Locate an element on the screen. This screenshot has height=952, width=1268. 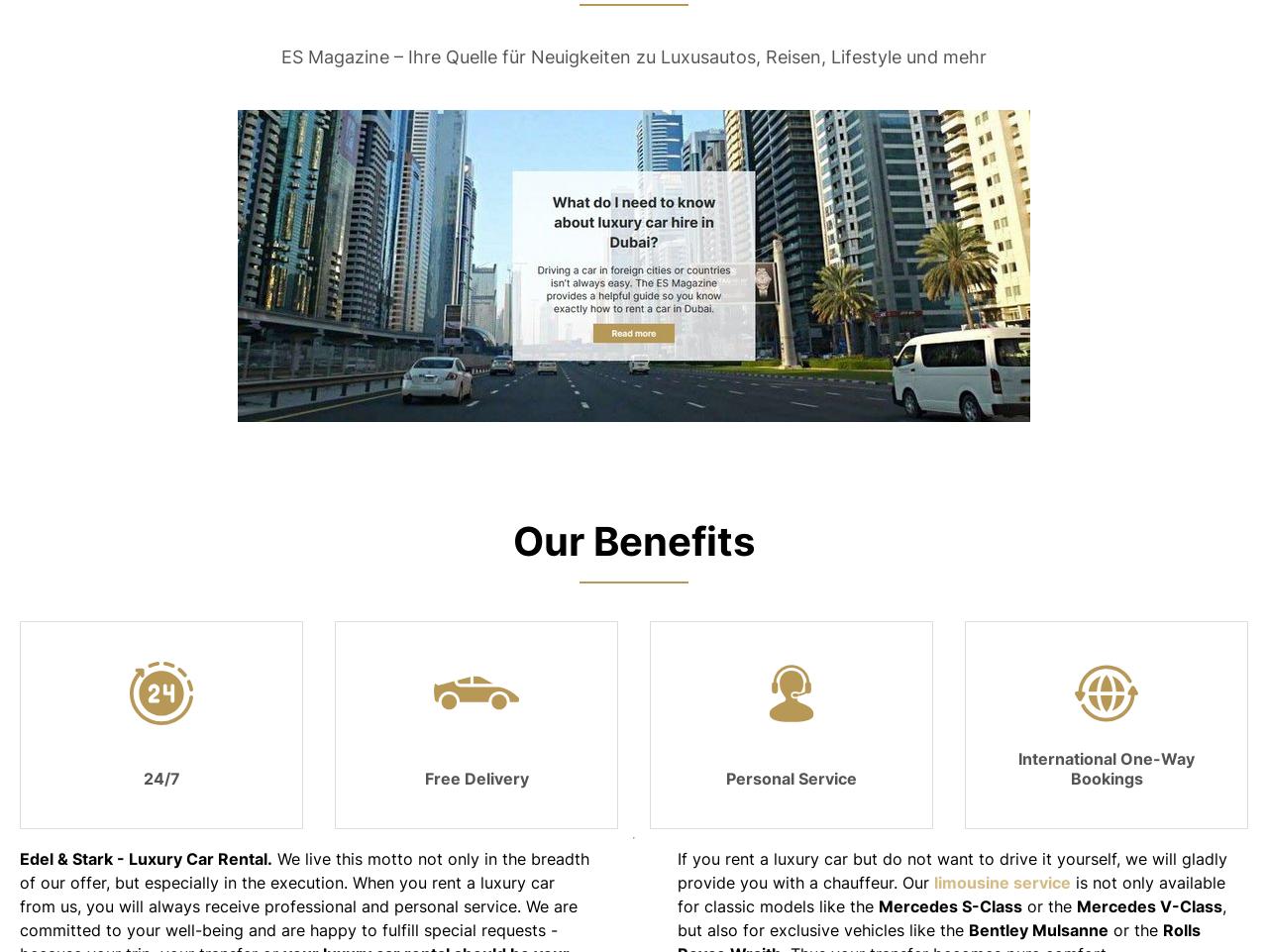
'is not only available for classic models like the' is located at coordinates (951, 892).